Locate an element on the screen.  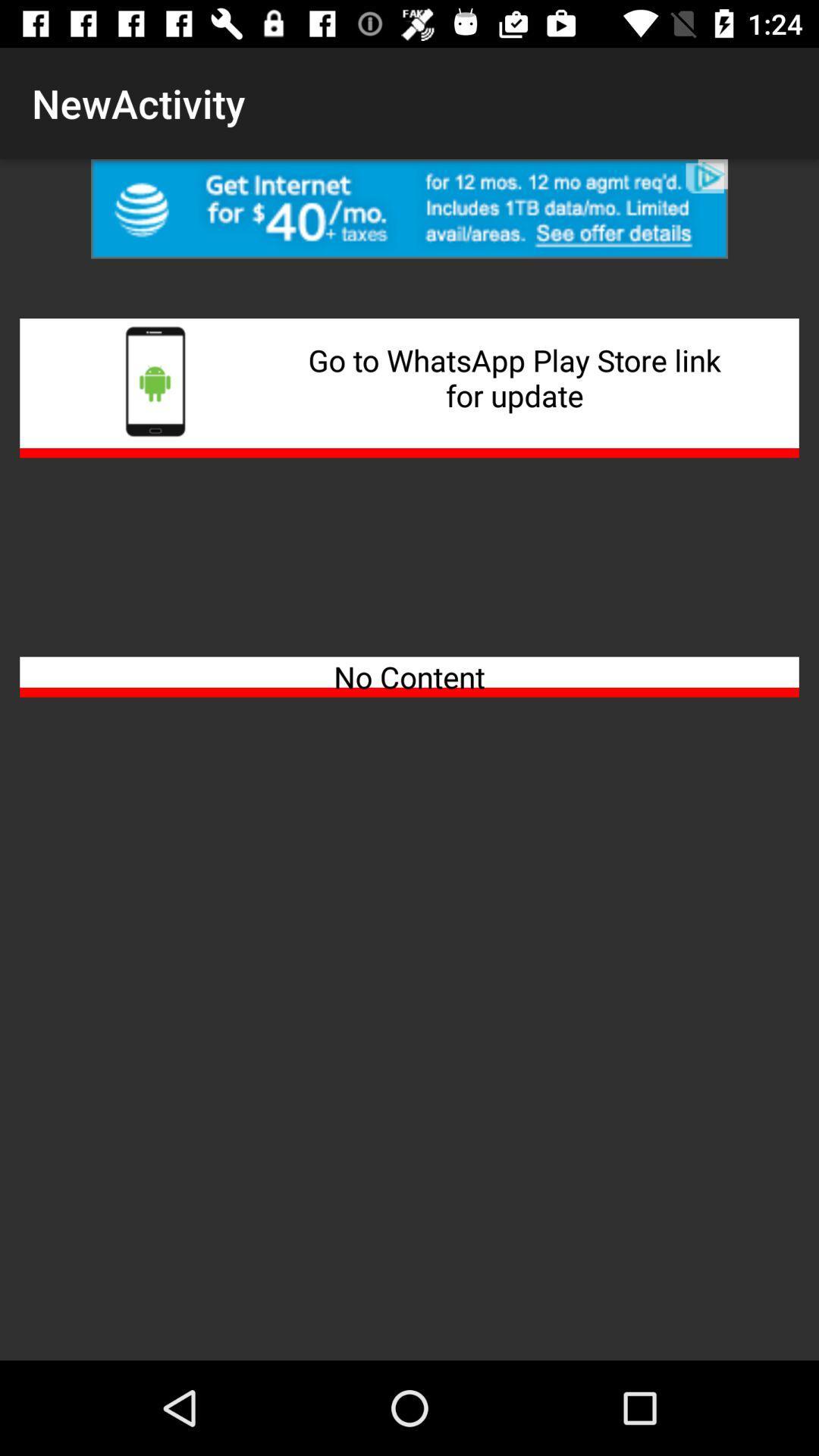
click advertisement is located at coordinates (409, 208).